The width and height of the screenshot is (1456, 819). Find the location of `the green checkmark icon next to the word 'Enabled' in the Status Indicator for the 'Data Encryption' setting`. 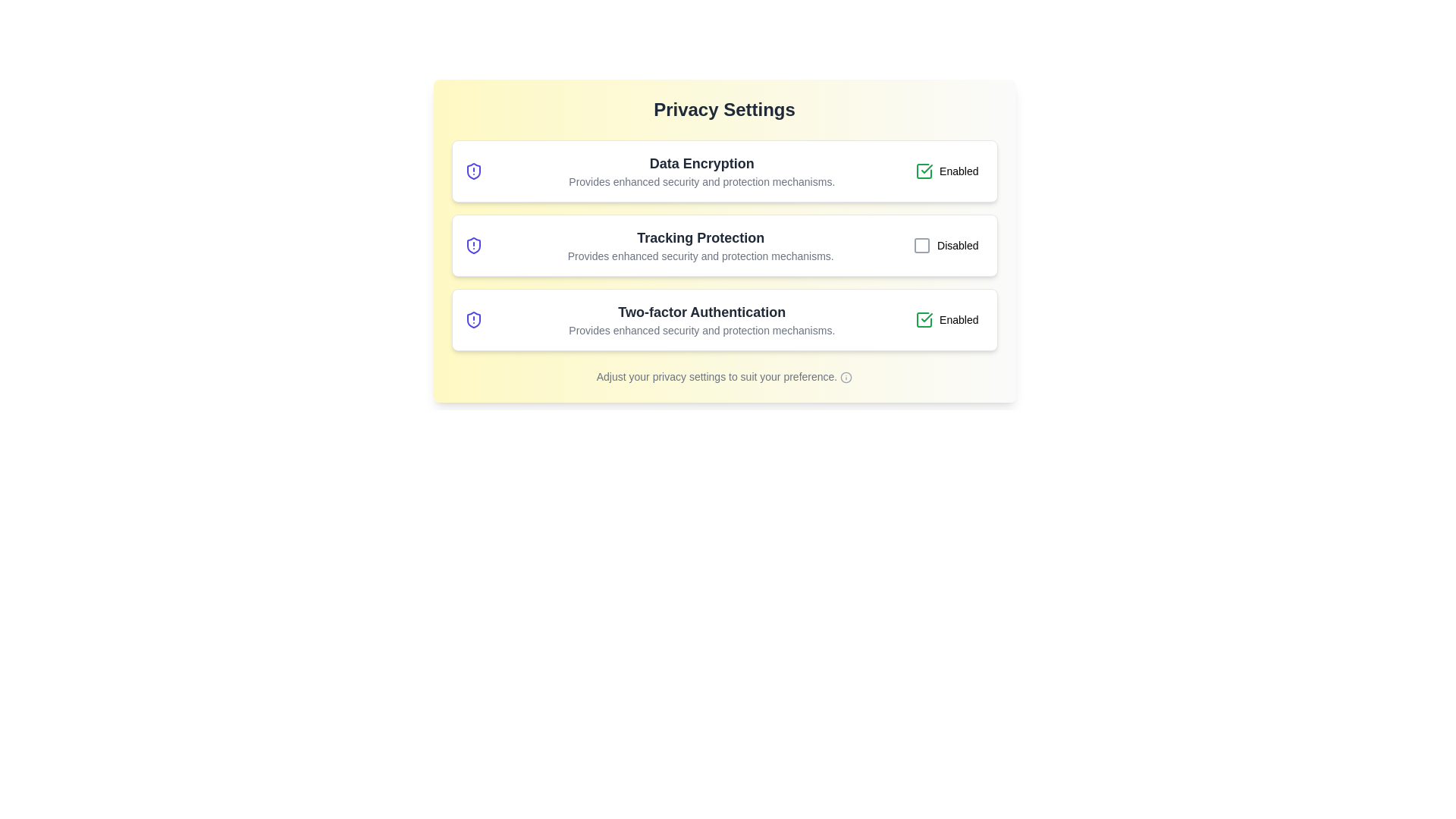

the green checkmark icon next to the word 'Enabled' in the Status Indicator for the 'Data Encryption' setting is located at coordinates (946, 171).